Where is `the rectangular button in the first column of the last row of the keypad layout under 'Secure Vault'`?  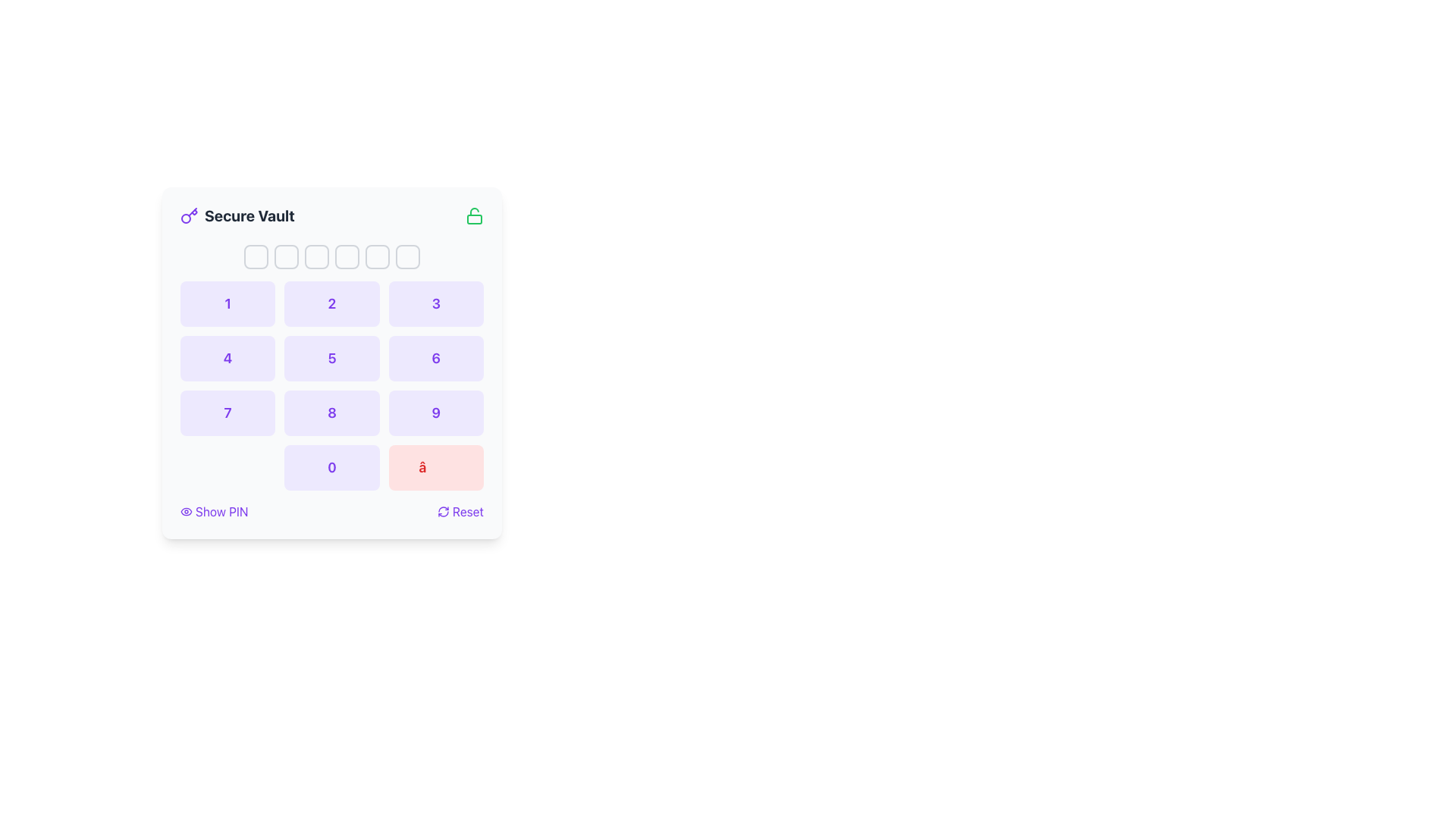 the rectangular button in the first column of the last row of the keypad layout under 'Secure Vault' is located at coordinates (227, 467).